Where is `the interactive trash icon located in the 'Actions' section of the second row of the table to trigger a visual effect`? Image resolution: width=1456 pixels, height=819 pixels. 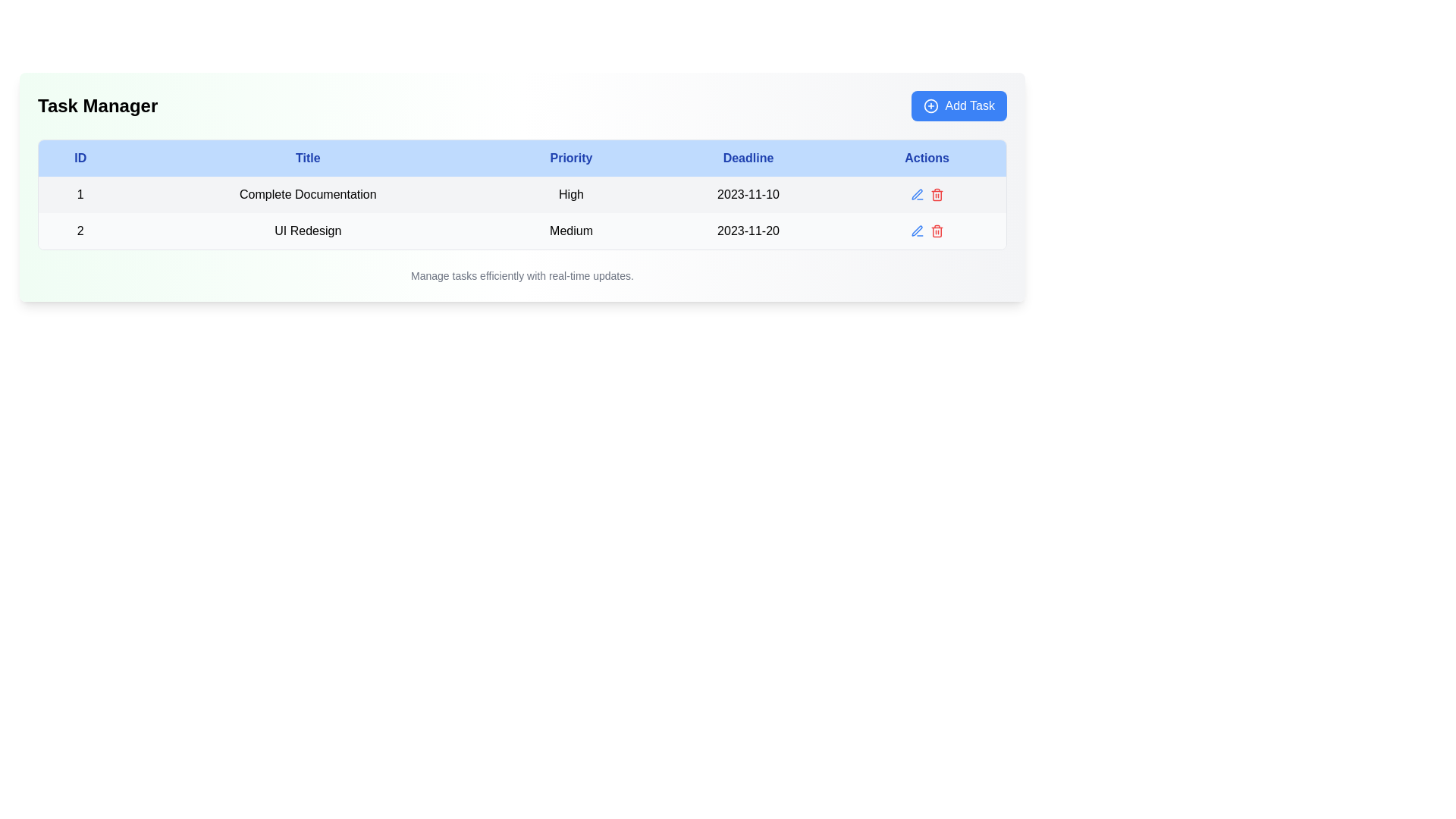
the interactive trash icon located in the 'Actions' section of the second row of the table to trigger a visual effect is located at coordinates (936, 231).